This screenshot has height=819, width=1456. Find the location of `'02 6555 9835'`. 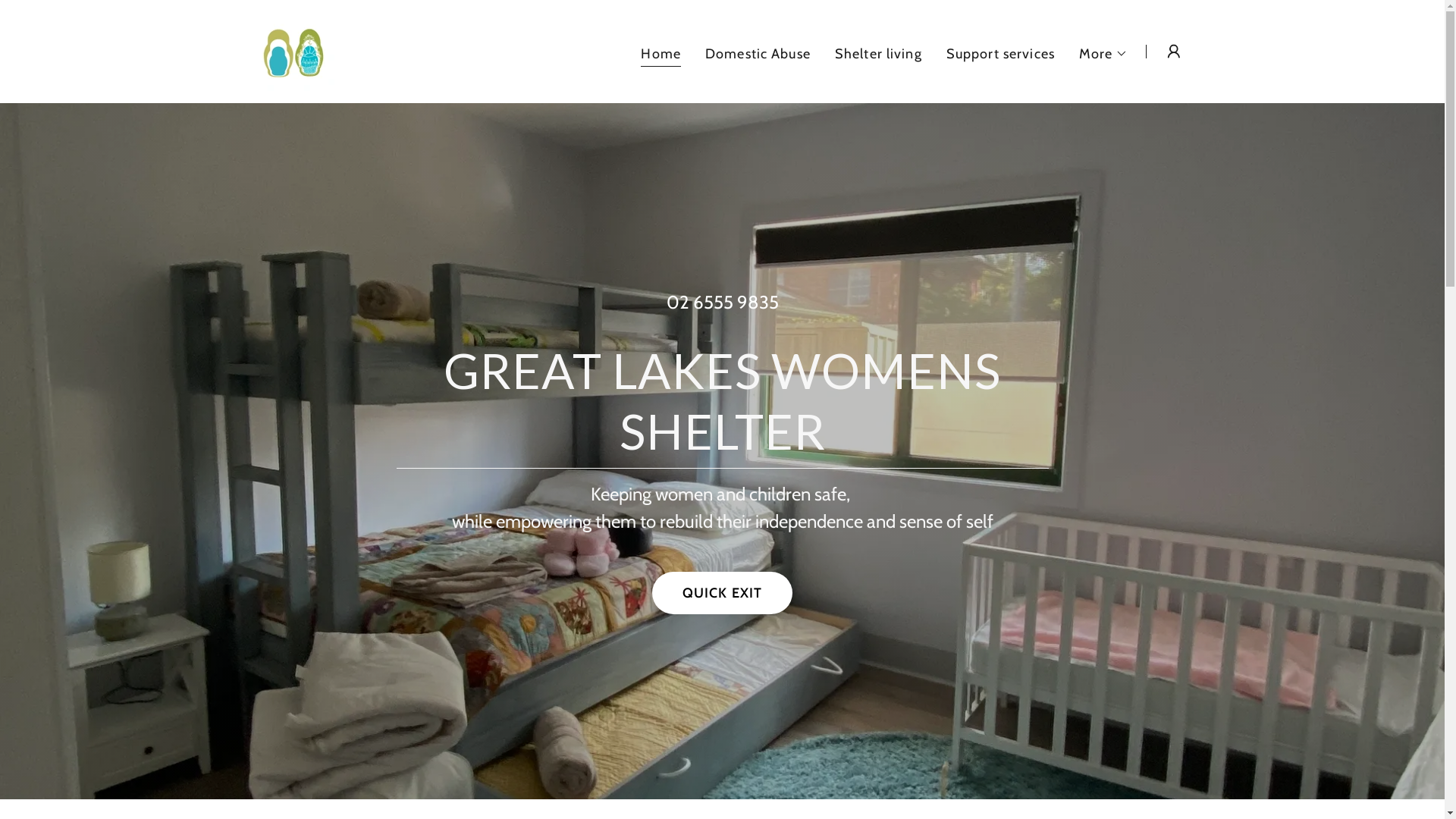

'02 6555 9835' is located at coordinates (720, 302).